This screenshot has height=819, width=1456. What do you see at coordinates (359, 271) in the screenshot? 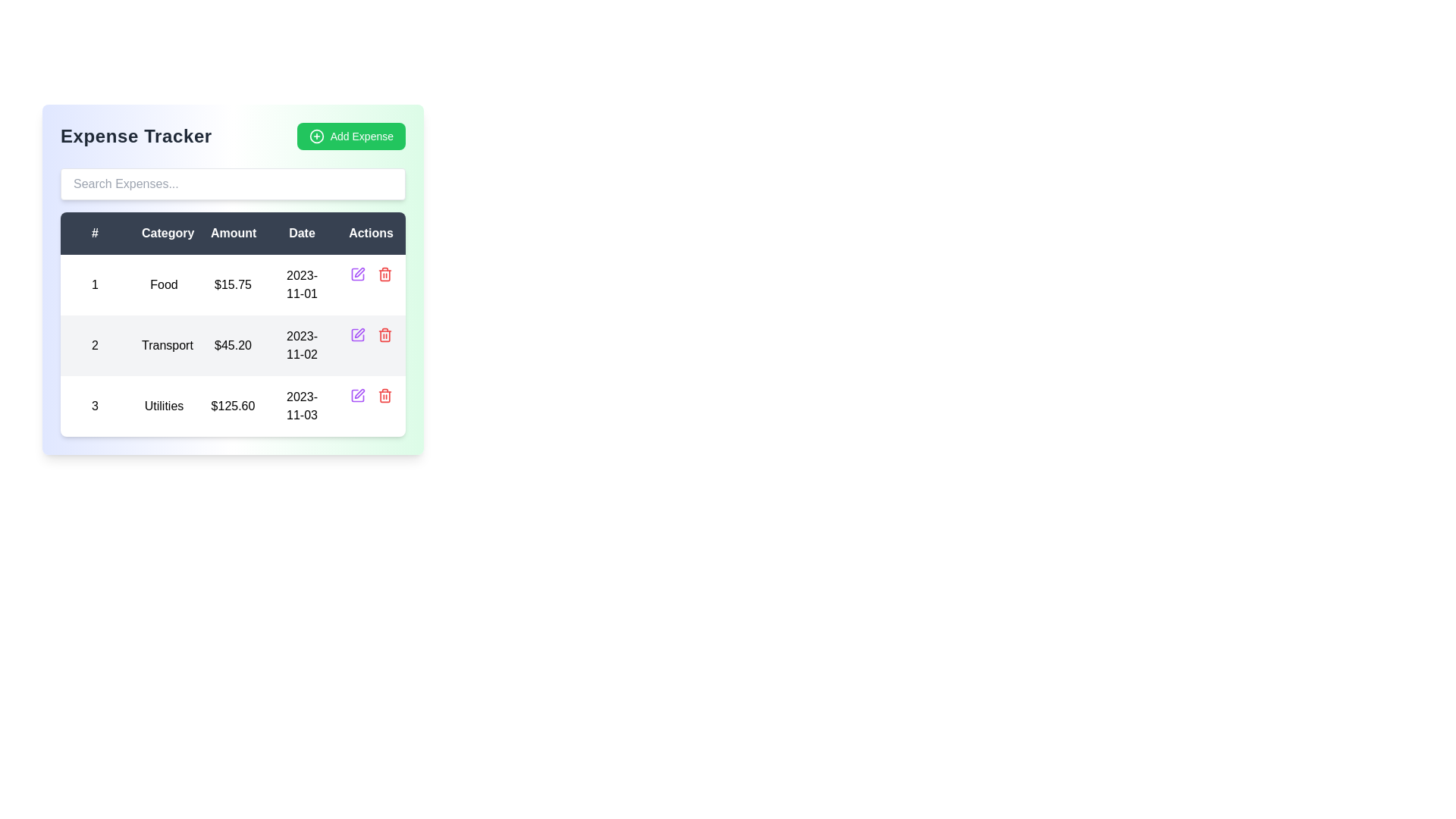
I see `the pen icon button with purple outlines in the Actions column of the second row of the expense table` at bounding box center [359, 271].